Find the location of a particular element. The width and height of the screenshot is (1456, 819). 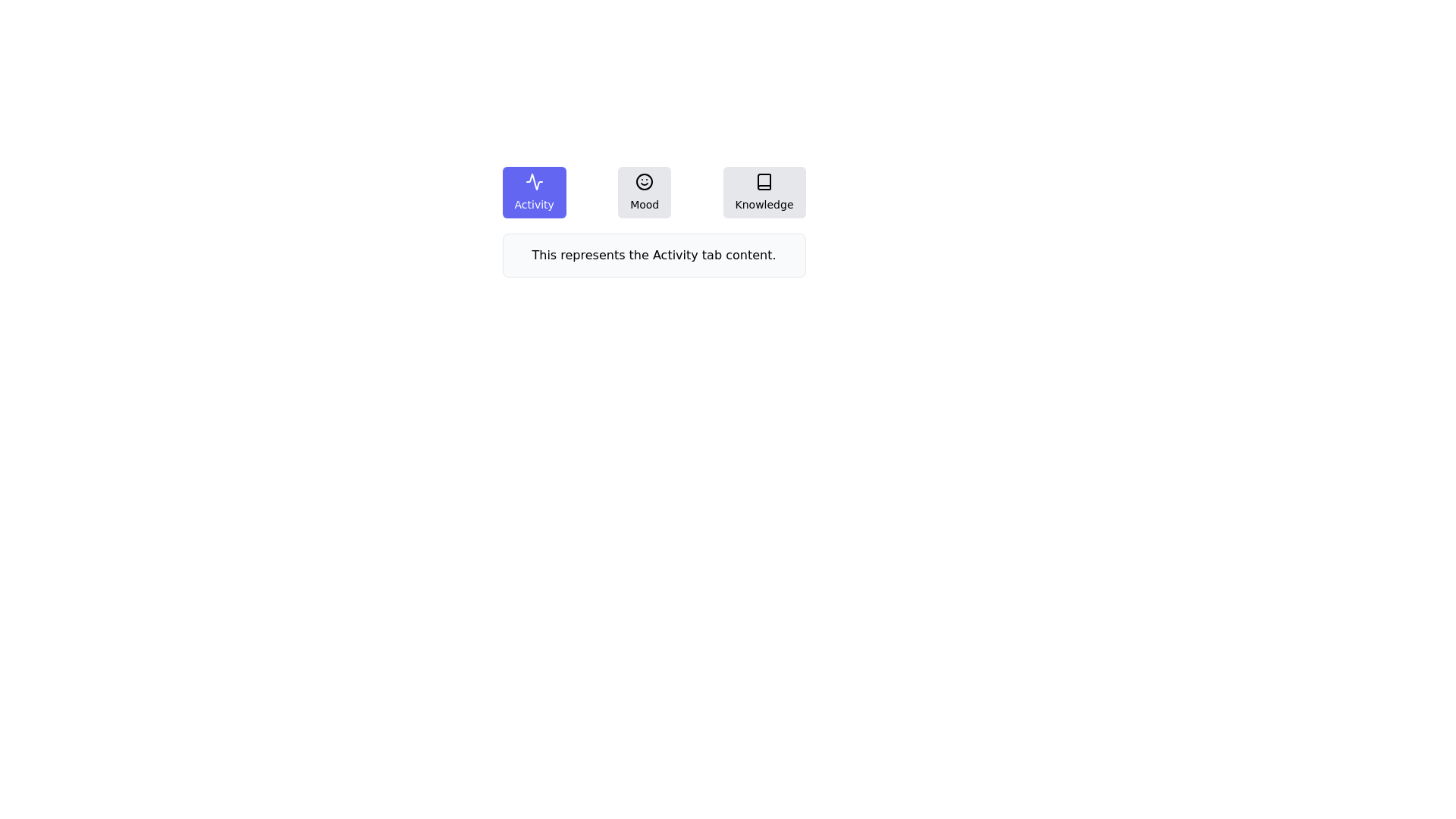

the 'Activity' tab icon located at the leftmost position in the row of three tabs is located at coordinates (534, 180).